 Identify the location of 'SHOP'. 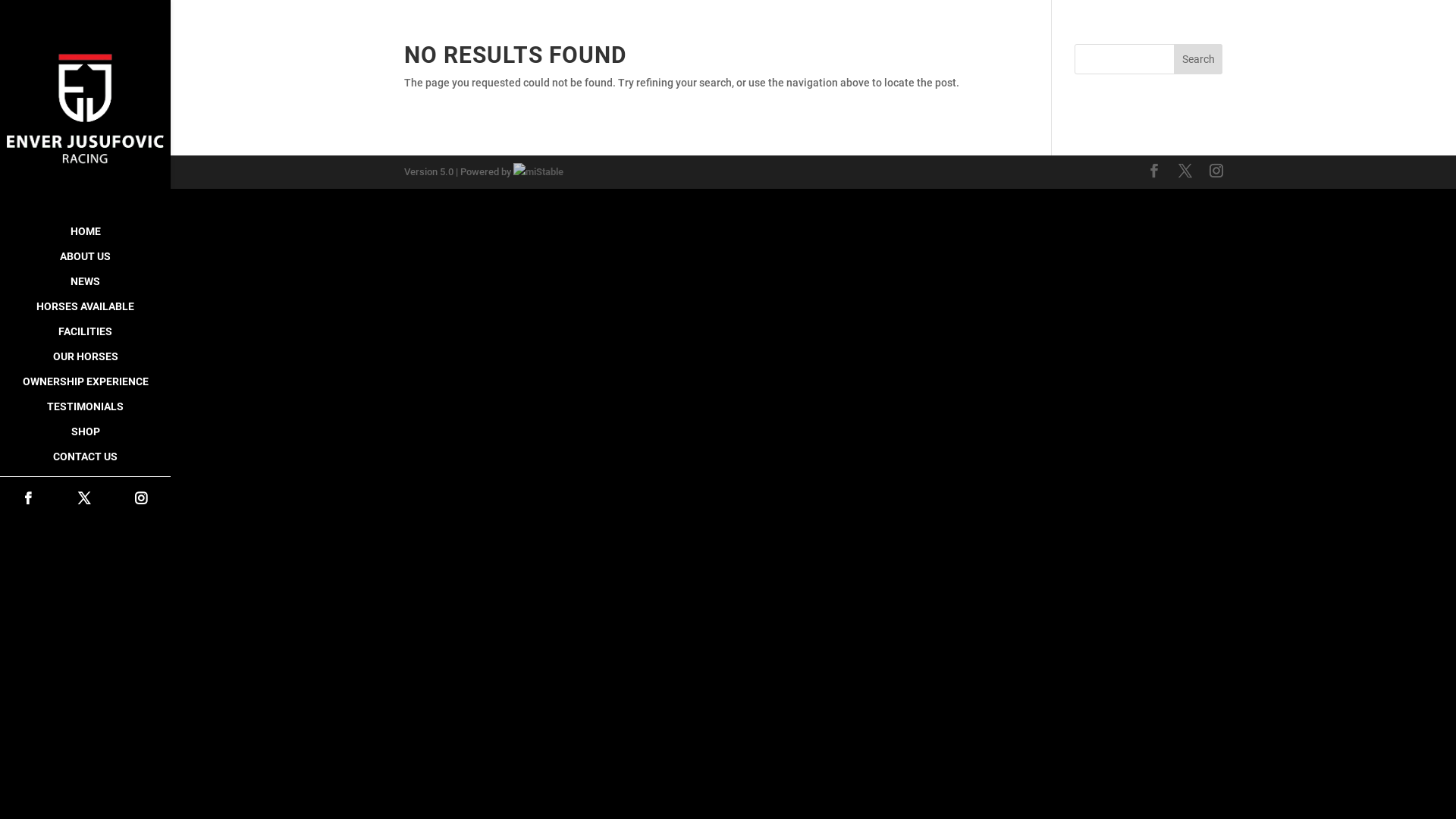
(84, 438).